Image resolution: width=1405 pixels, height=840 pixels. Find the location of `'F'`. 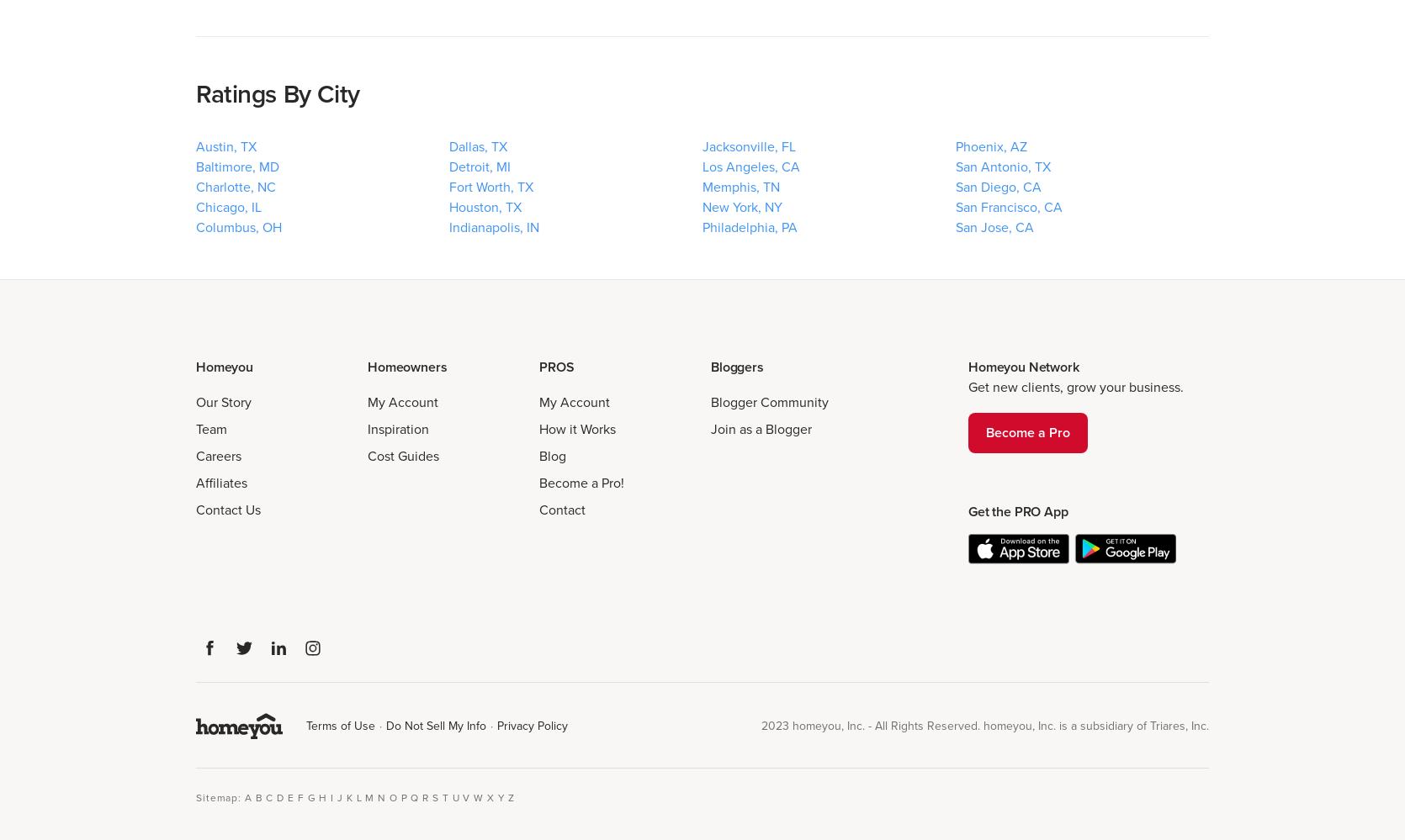

'F' is located at coordinates (300, 795).